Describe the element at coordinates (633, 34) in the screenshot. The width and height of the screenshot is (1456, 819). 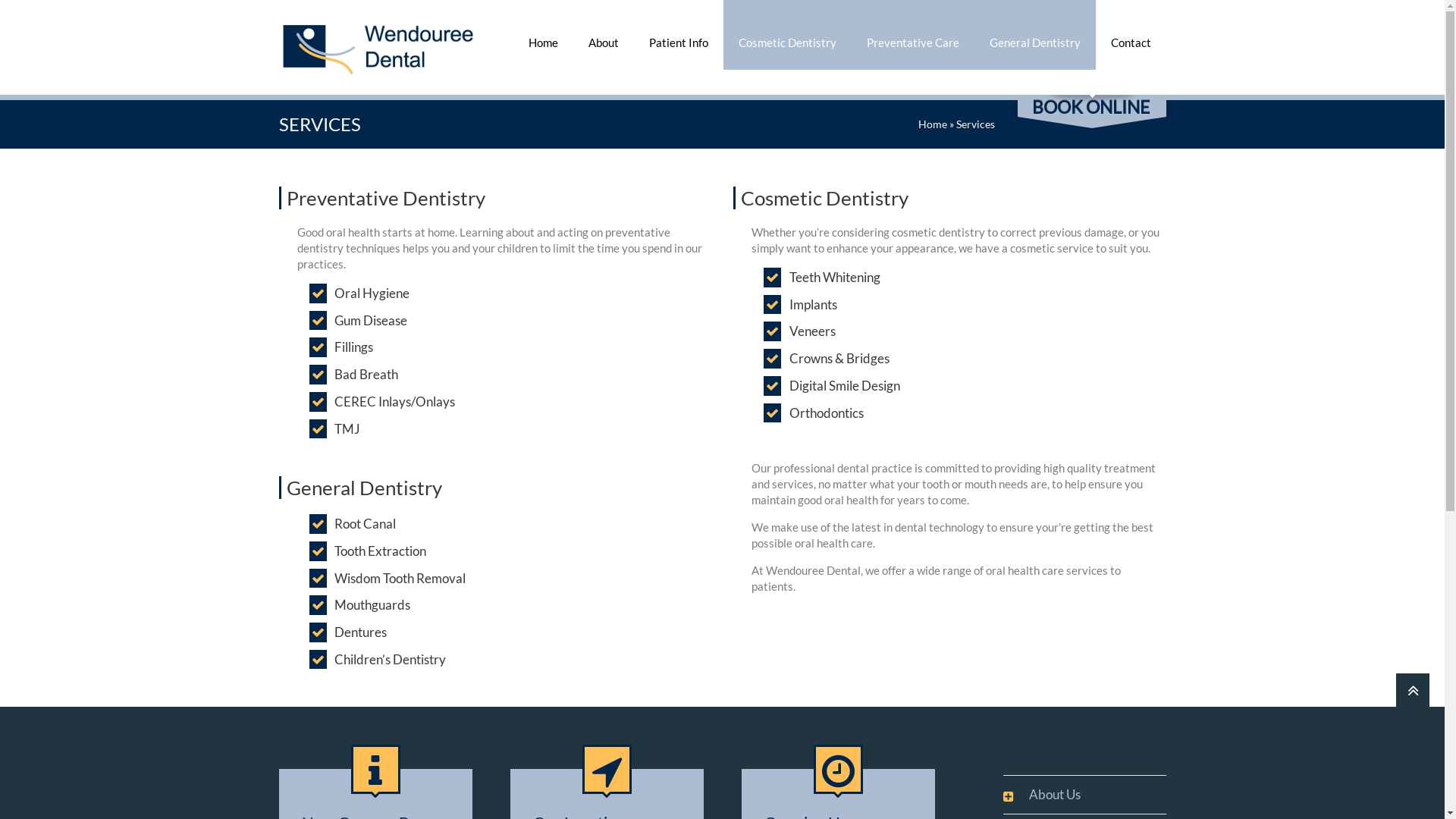
I see `'Patient Info'` at that location.